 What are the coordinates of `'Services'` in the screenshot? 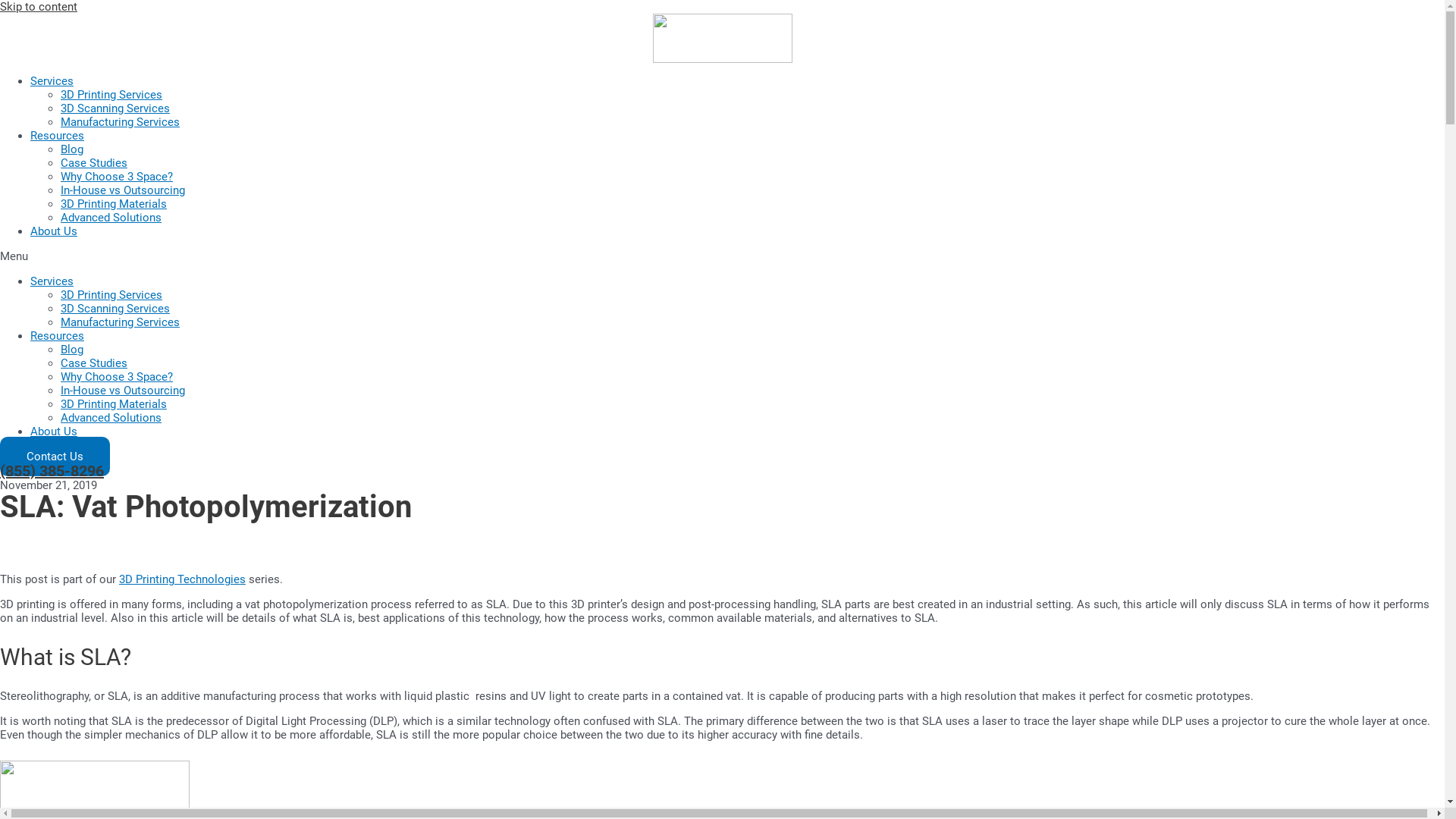 It's located at (30, 281).